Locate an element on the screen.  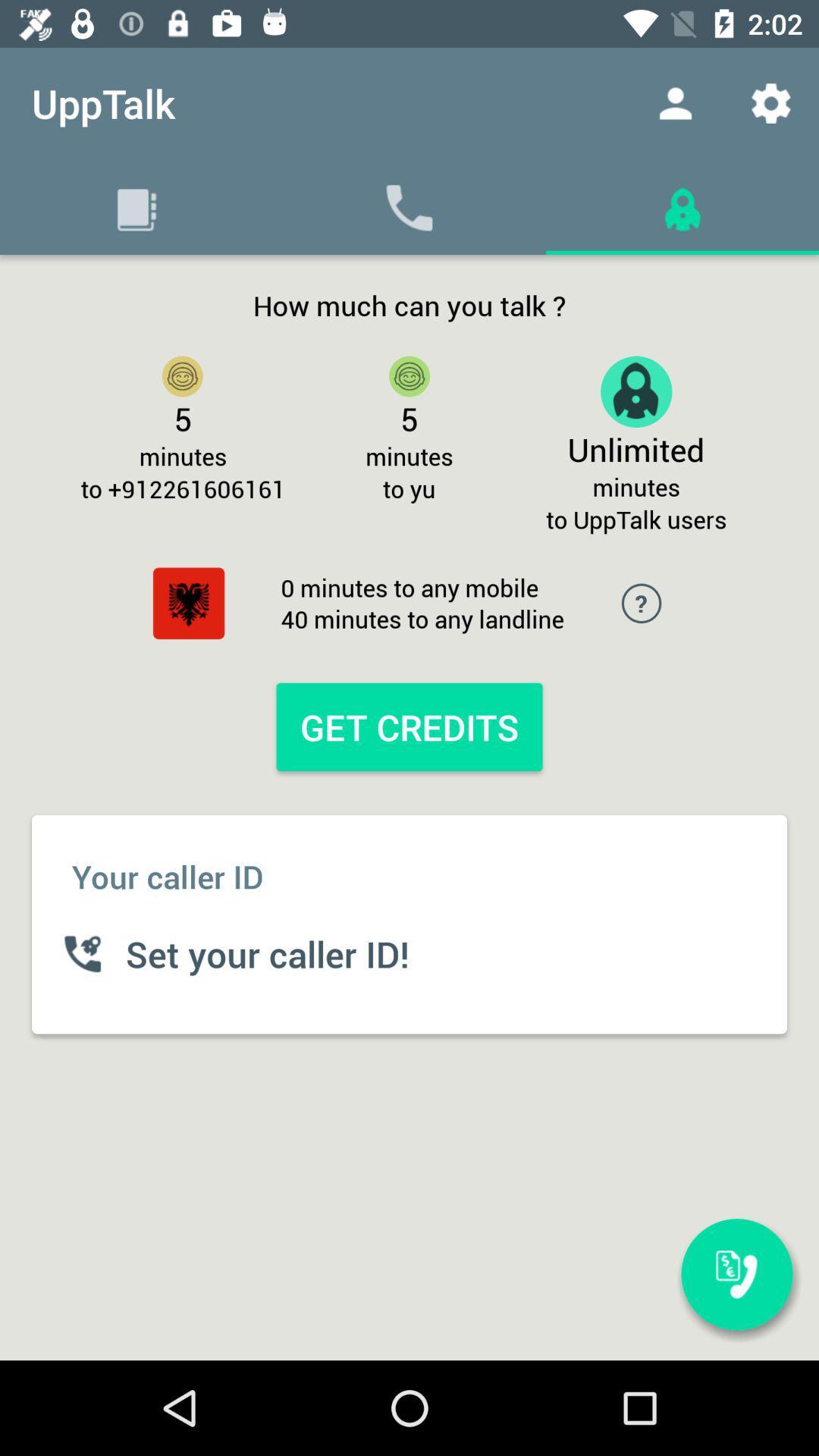
the item below to upptalk users is located at coordinates (736, 1274).